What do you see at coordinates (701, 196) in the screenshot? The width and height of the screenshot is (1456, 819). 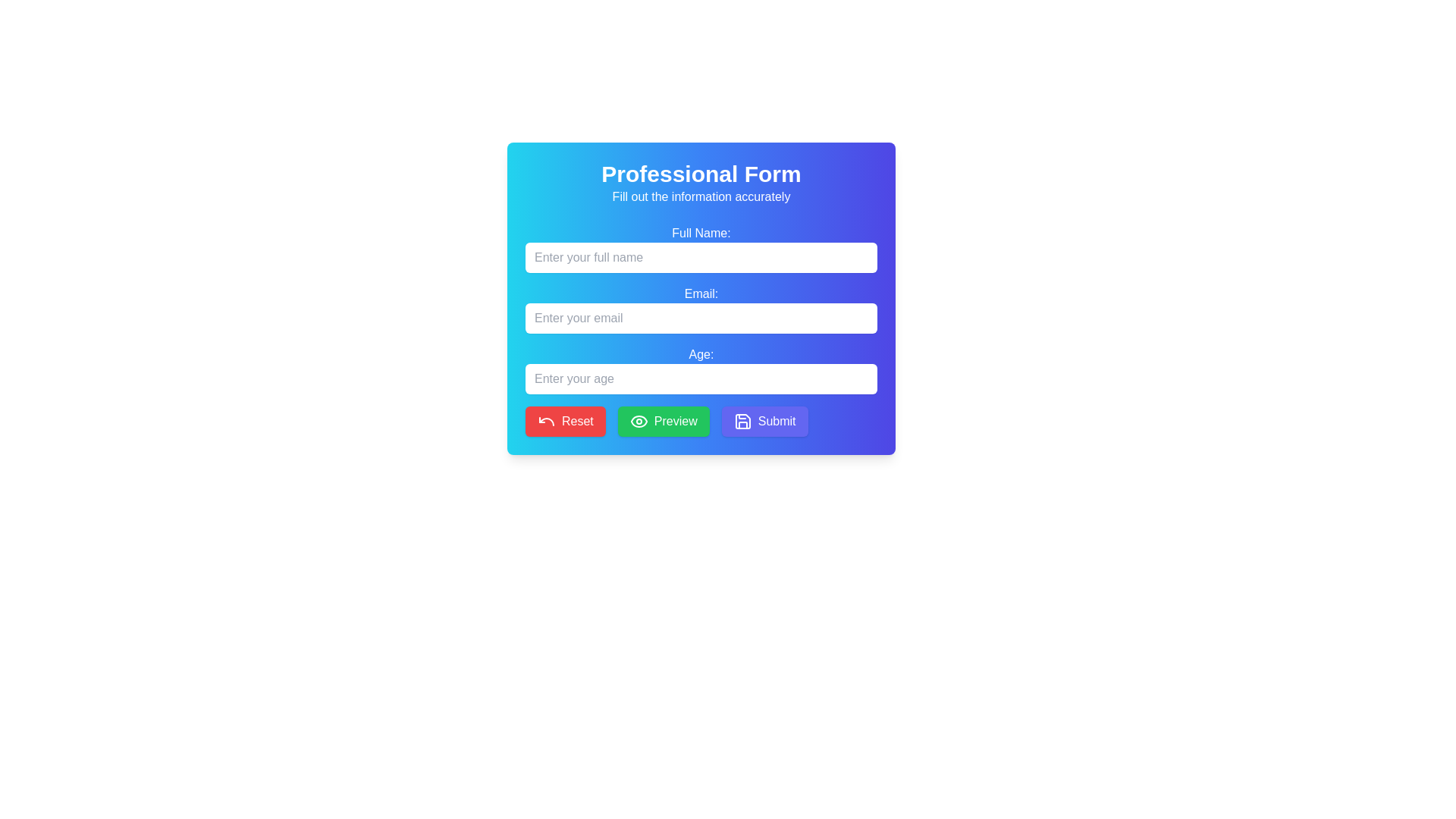 I see `the static text displaying 'Fill out the information accurately' that is located below the 'Professional Form' header` at bounding box center [701, 196].